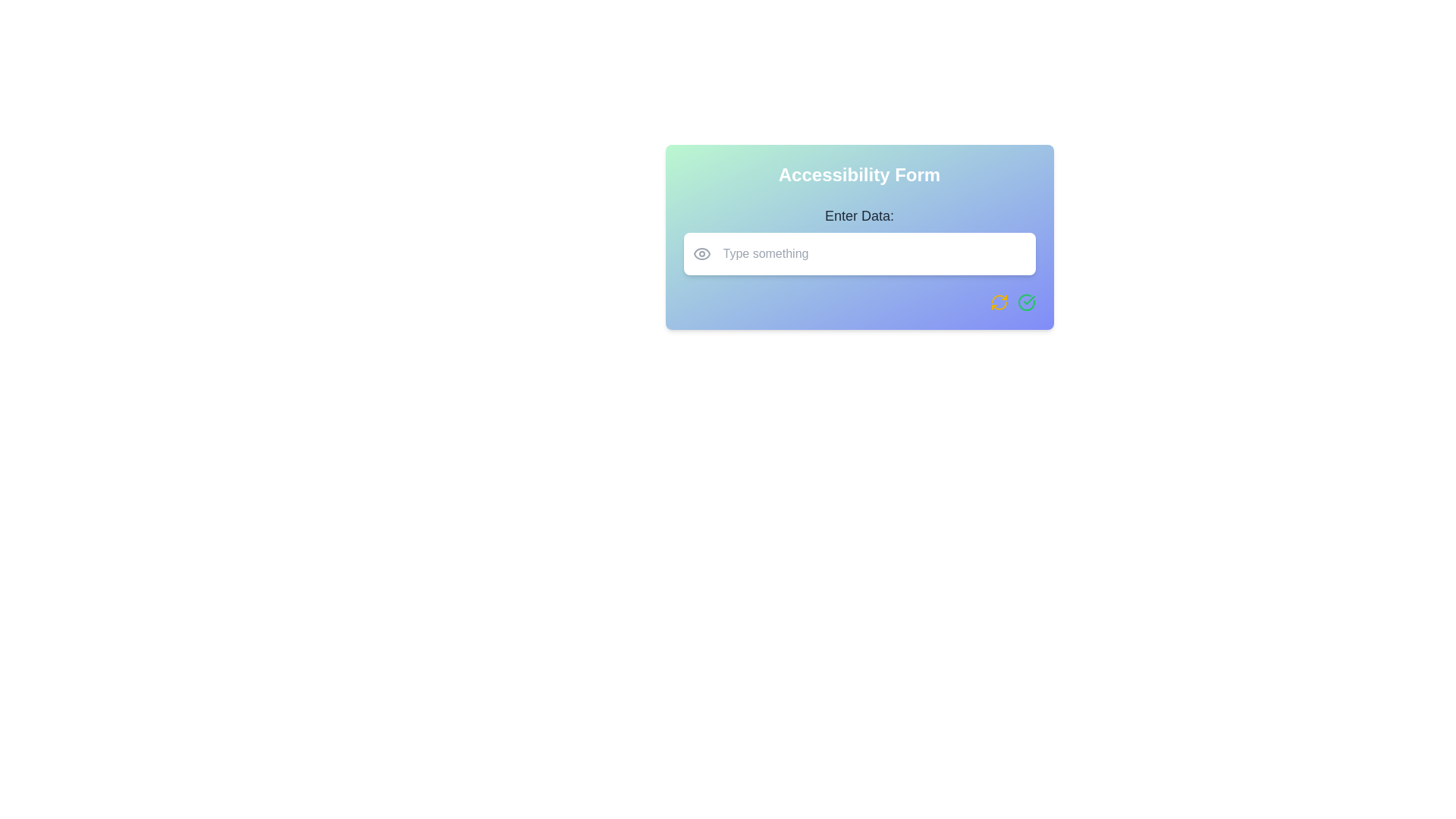 Image resolution: width=1456 pixels, height=819 pixels. Describe the element at coordinates (999, 306) in the screenshot. I see `the third segment of the circular arrow icon located in the bottom-right corner of the form, which represents a refresh or reset action` at that location.